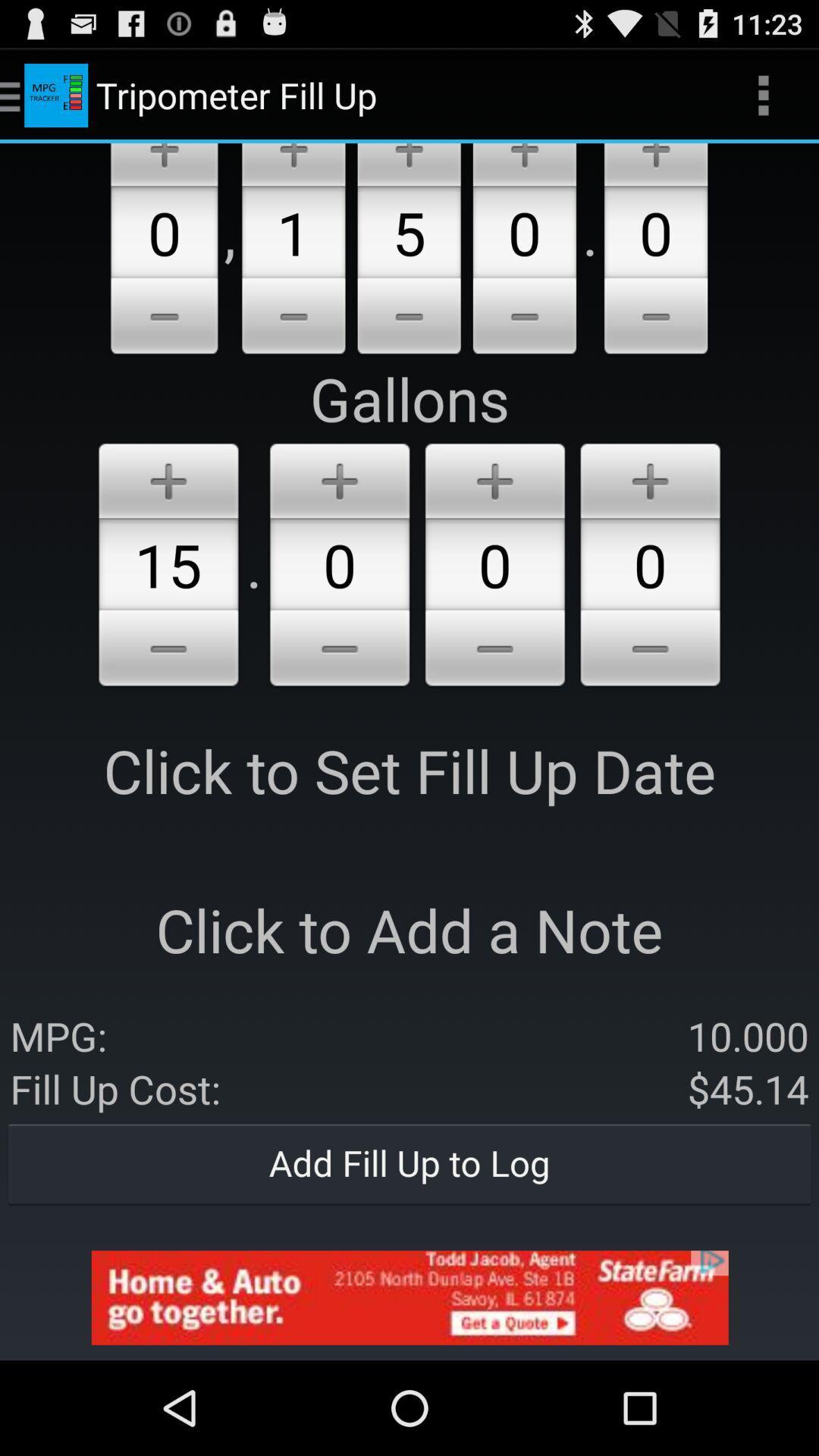  Describe the element at coordinates (408, 165) in the screenshot. I see `increase millage` at that location.